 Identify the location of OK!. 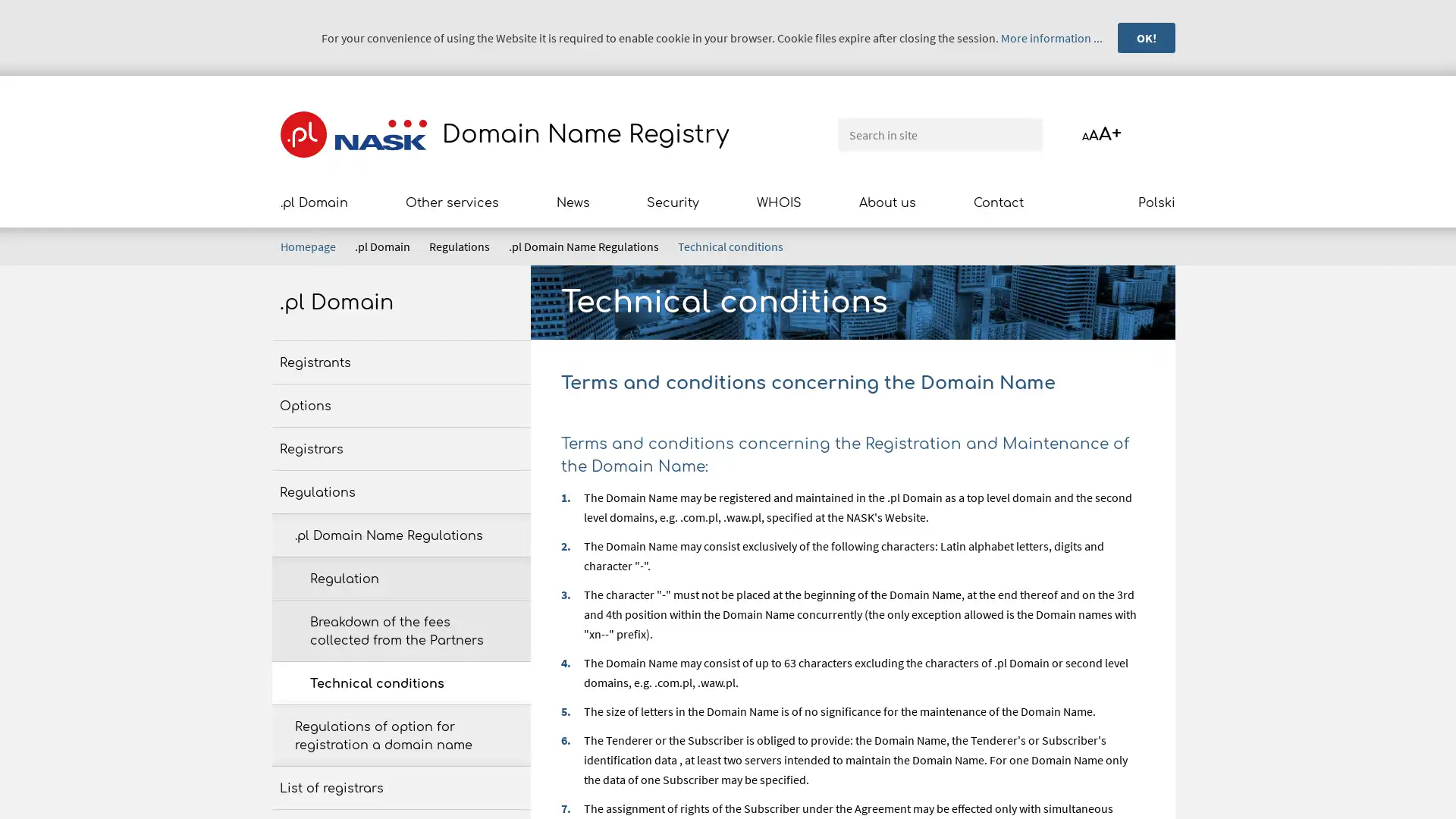
(1147, 37).